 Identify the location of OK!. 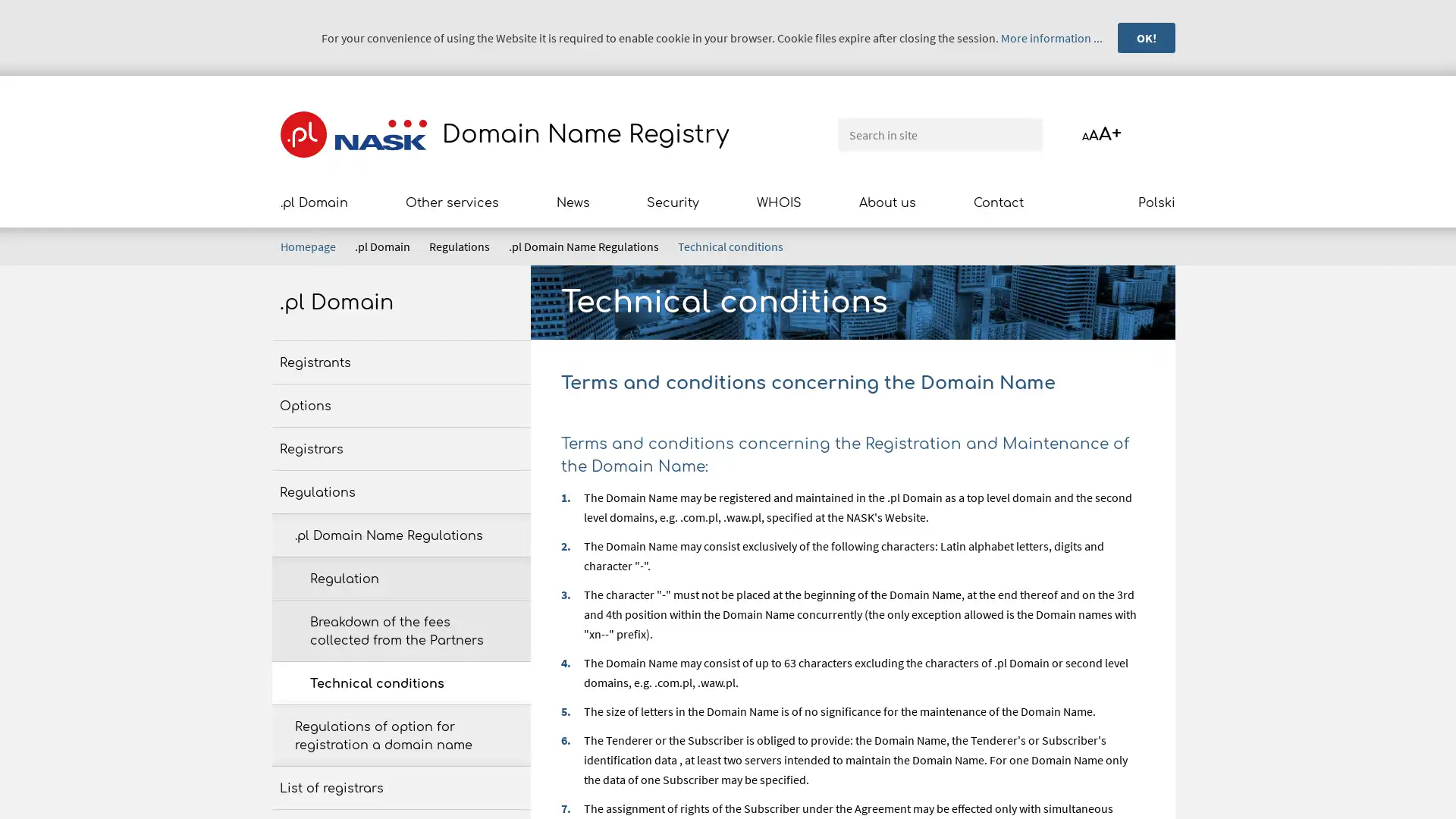
(1147, 37).